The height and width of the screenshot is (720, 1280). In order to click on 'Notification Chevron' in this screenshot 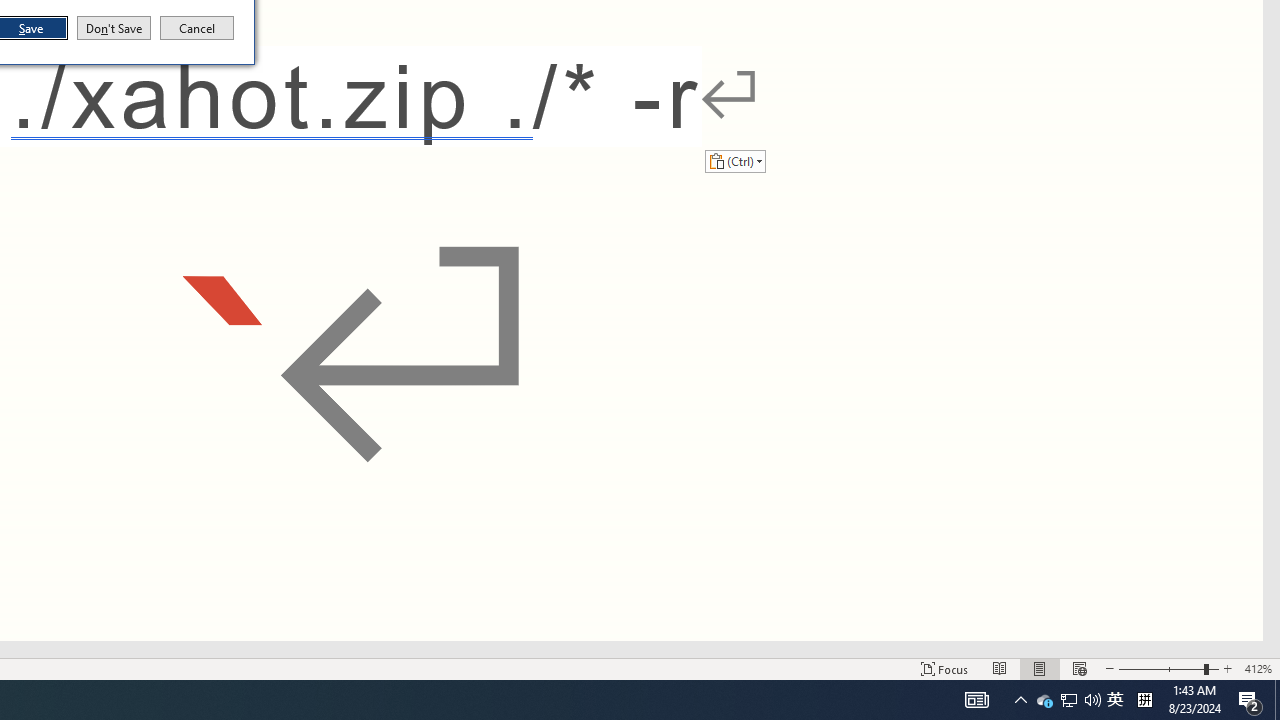, I will do `click(1020, 698)`.